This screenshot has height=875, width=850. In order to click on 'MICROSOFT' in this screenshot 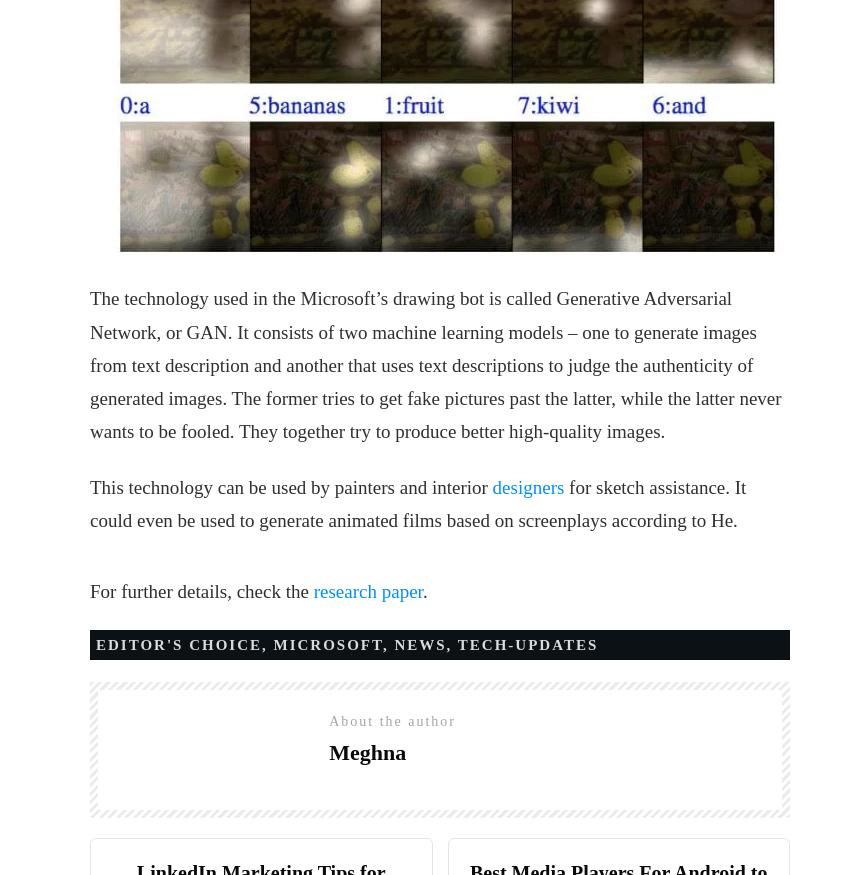, I will do `click(327, 643)`.